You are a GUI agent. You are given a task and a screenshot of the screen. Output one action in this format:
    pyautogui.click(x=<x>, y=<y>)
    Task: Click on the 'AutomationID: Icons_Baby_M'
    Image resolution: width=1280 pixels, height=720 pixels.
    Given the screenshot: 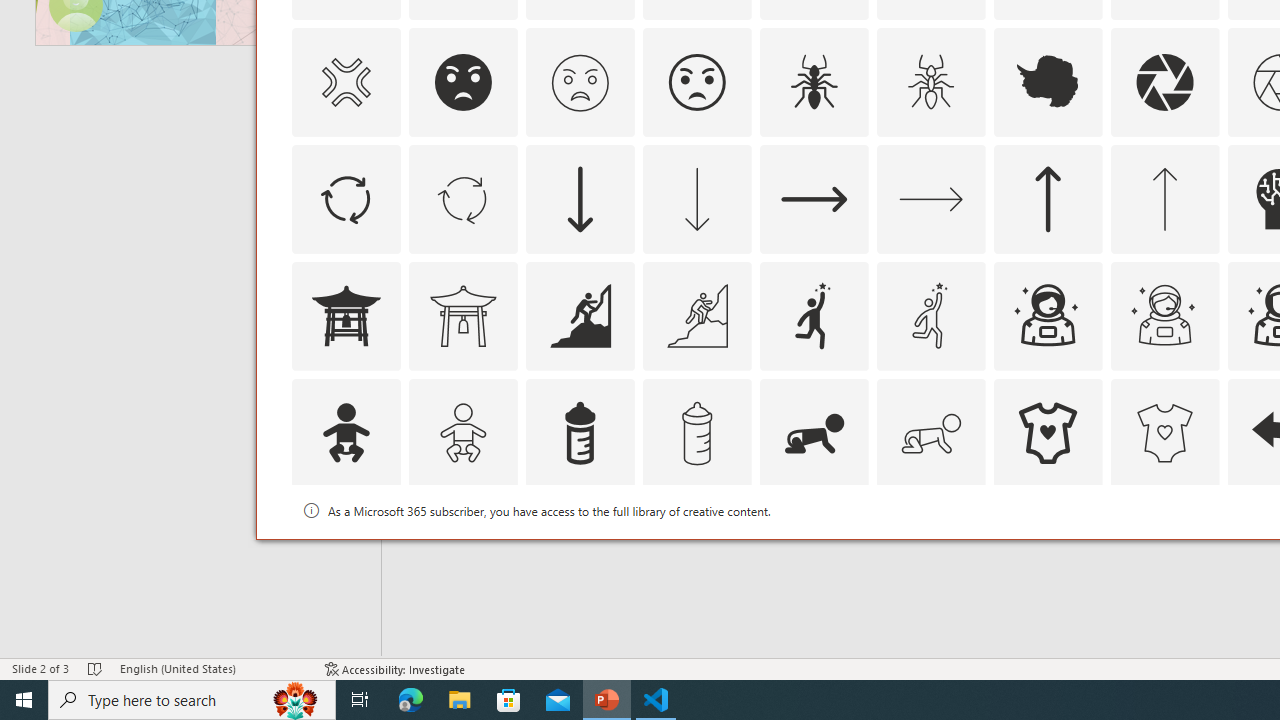 What is the action you would take?
    pyautogui.click(x=462, y=431)
    